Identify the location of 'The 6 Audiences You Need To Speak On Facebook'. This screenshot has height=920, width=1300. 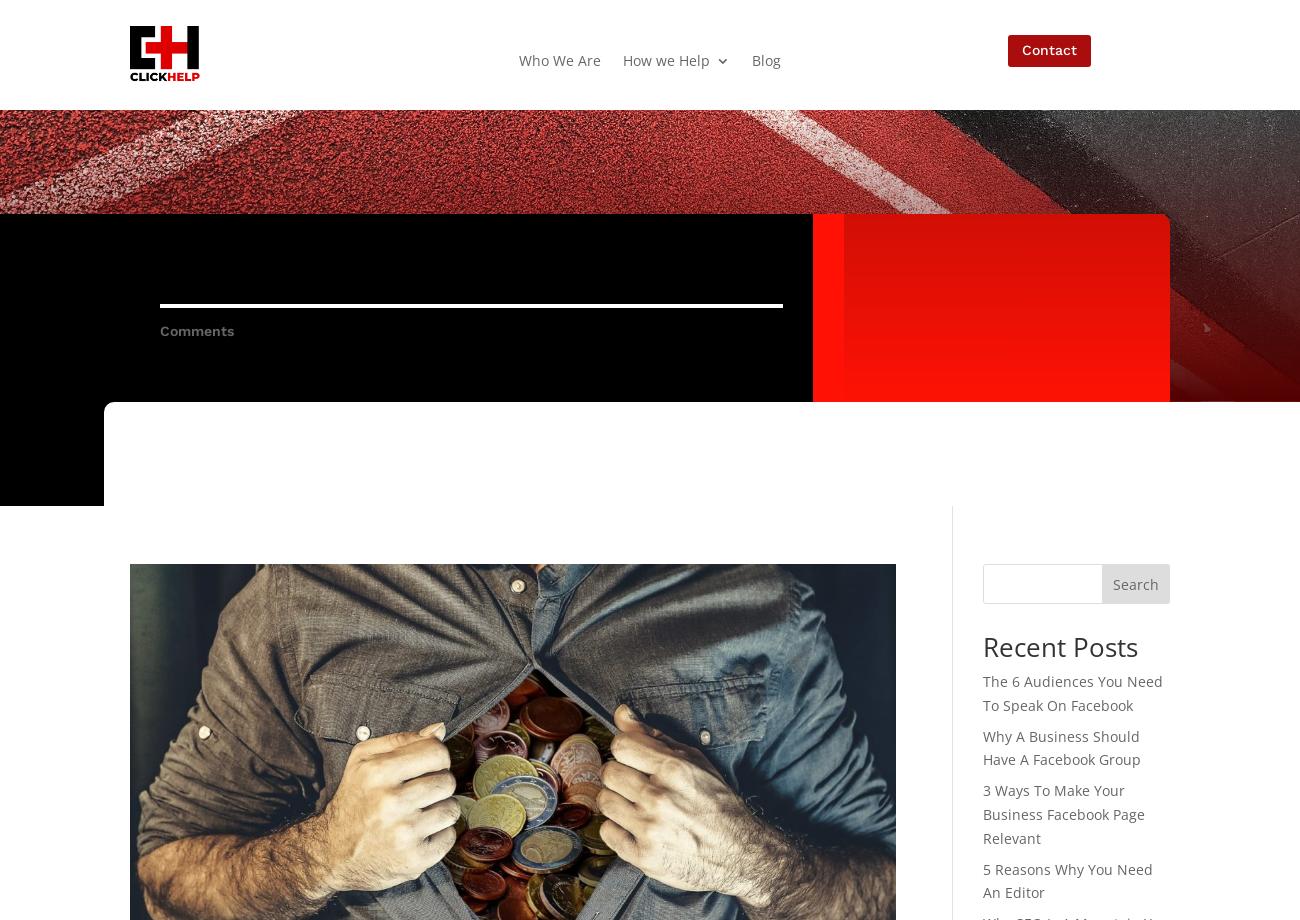
(1071, 692).